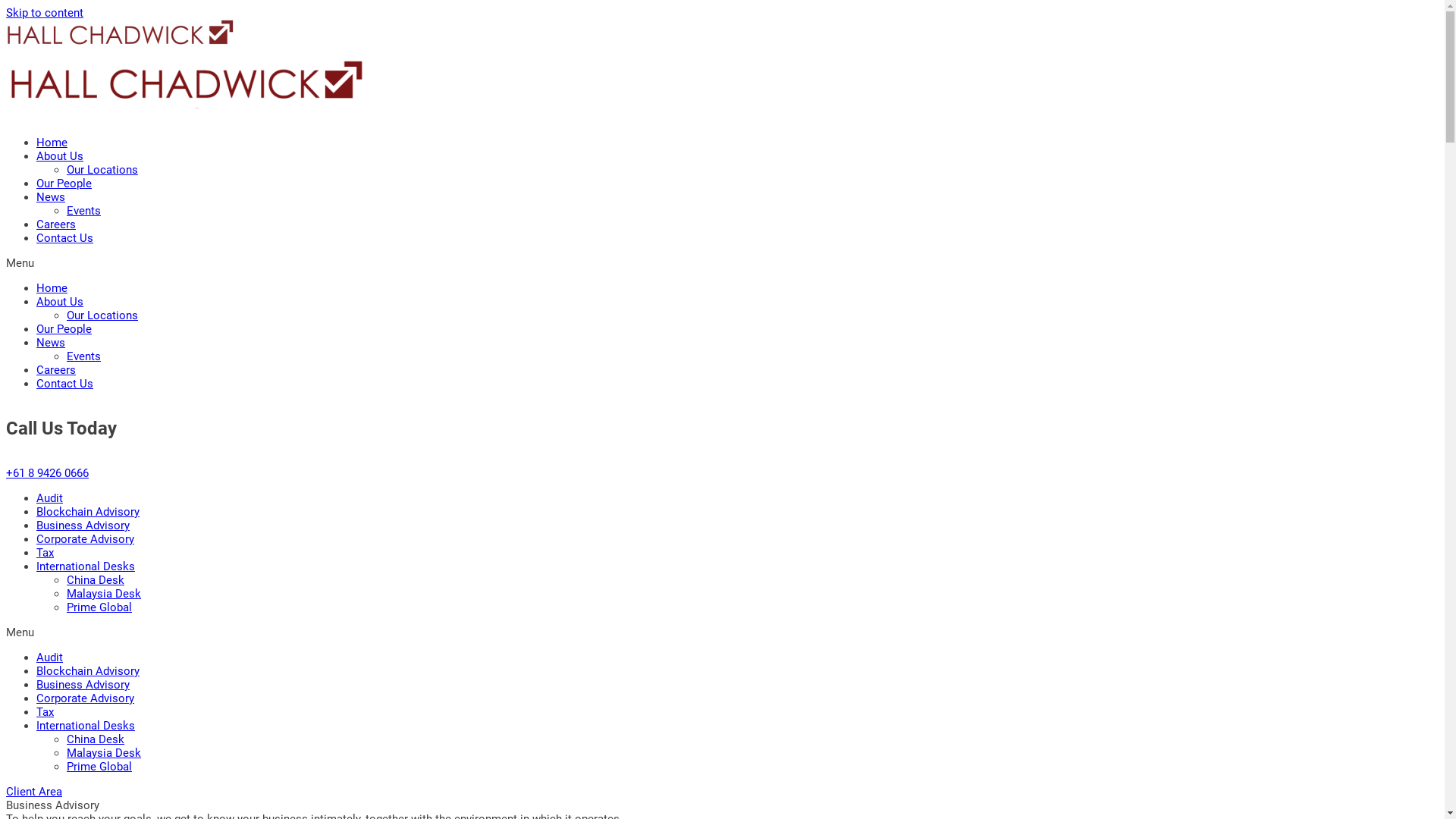  Describe the element at coordinates (44, 12) in the screenshot. I see `'Skip to content'` at that location.